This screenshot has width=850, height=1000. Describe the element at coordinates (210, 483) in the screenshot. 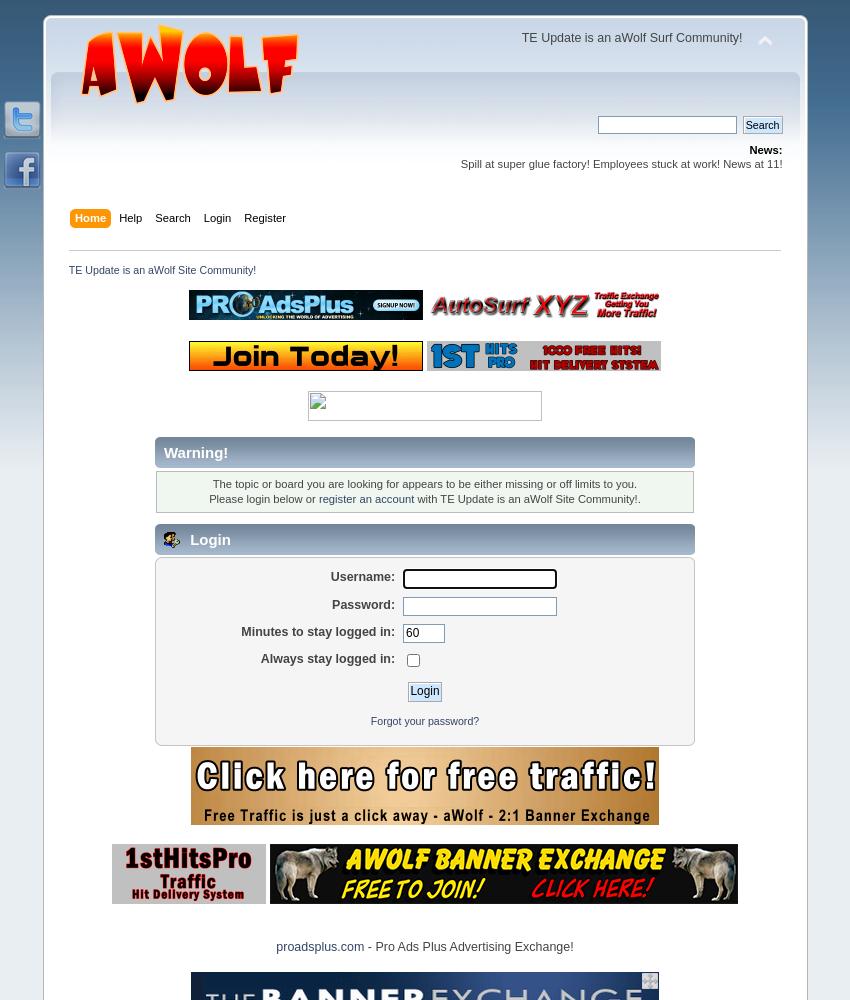

I see `'The topic or board you are looking for appears to be either missing or off limits to you.'` at that location.